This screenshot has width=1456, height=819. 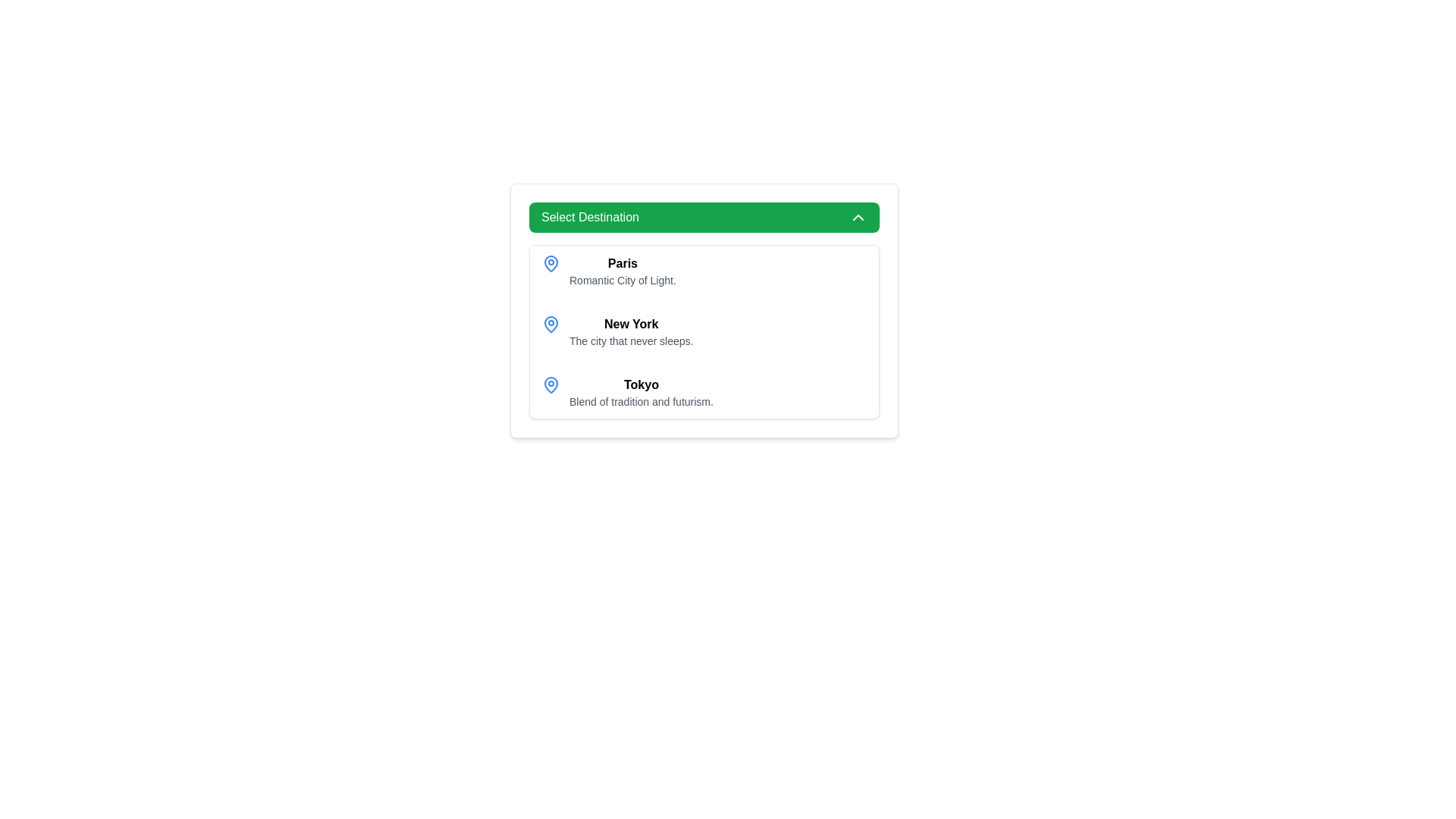 I want to click on the upward-pointing arrow icon located on the right-hand side of the 'Select Destination' button to provide additional visual feedback, so click(x=858, y=217).